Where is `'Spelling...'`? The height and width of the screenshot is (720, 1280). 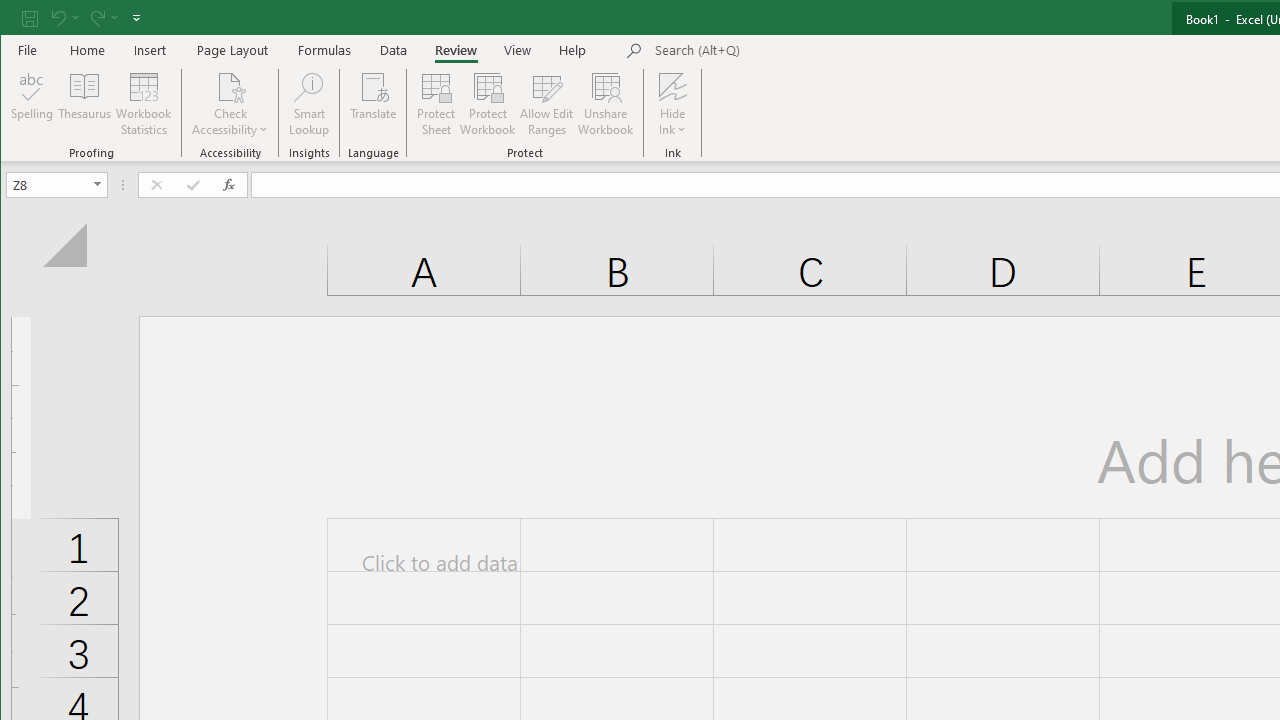 'Spelling...' is located at coordinates (32, 104).